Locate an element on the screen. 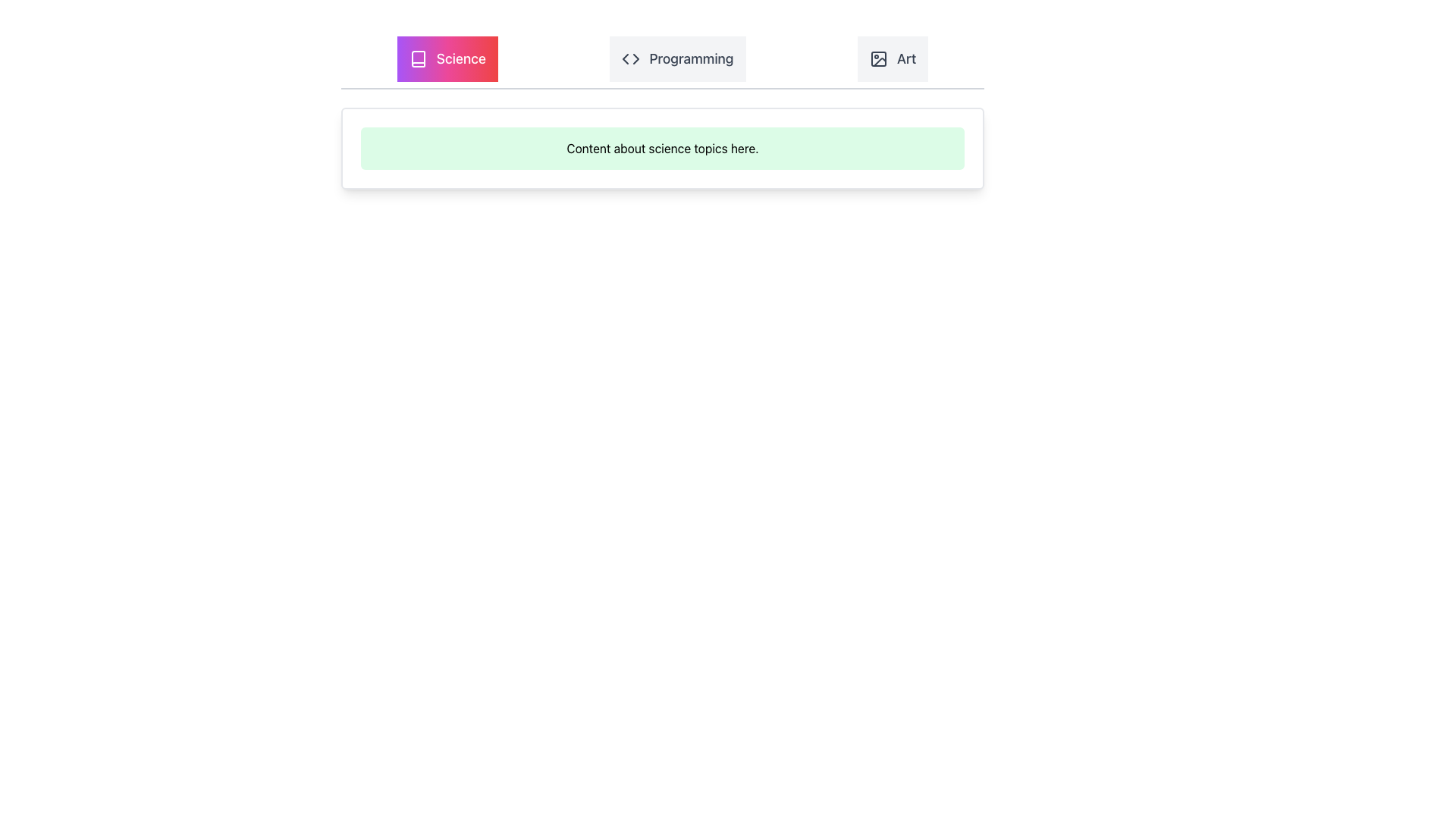  text displayed in the light green rectangular Text display block containing the phrase 'Content about science topics here.' is located at coordinates (662, 149).